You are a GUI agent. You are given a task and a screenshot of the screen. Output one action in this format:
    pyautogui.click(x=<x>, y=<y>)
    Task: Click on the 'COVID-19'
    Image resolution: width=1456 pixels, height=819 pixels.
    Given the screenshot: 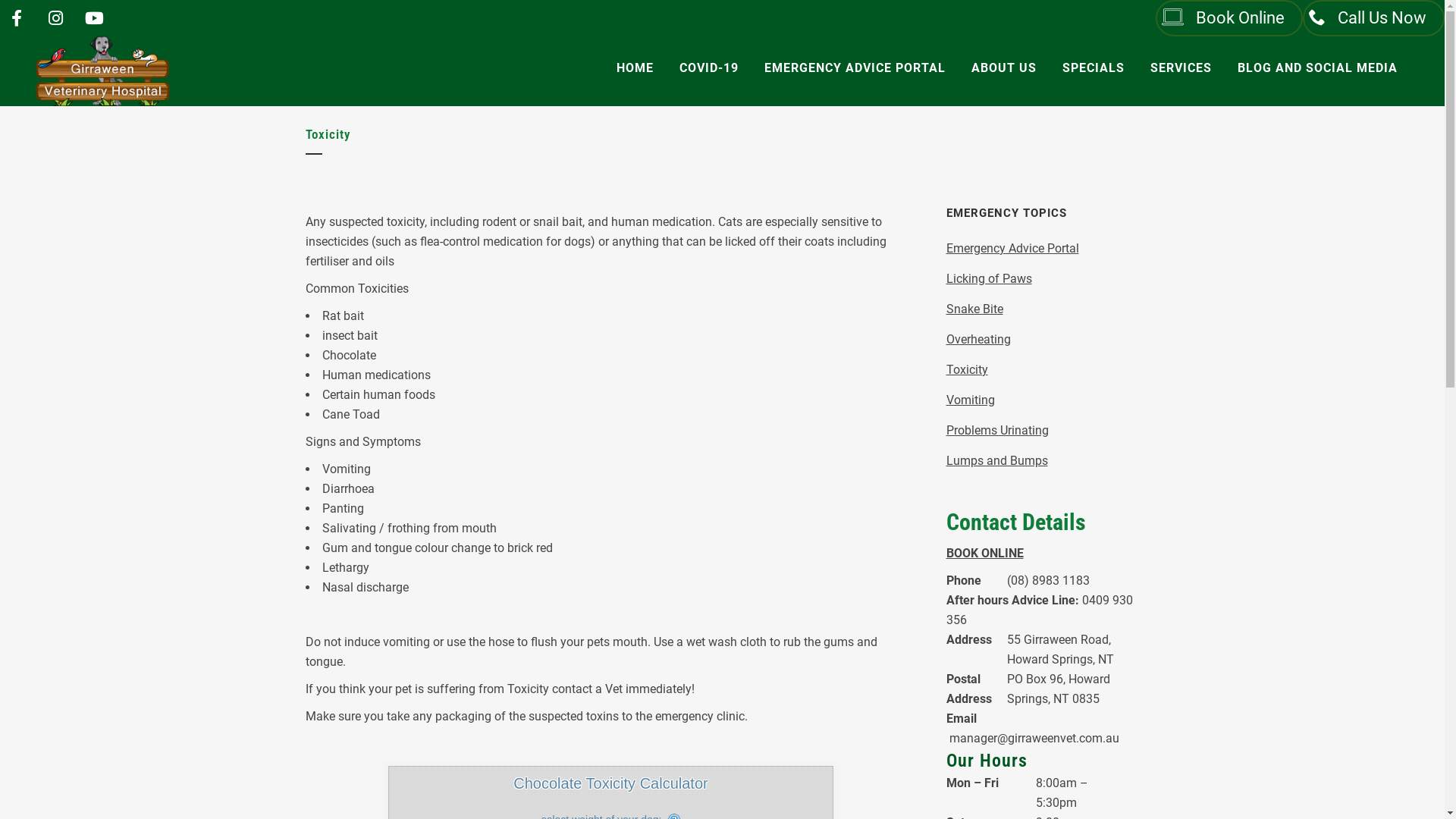 What is the action you would take?
    pyautogui.click(x=708, y=67)
    